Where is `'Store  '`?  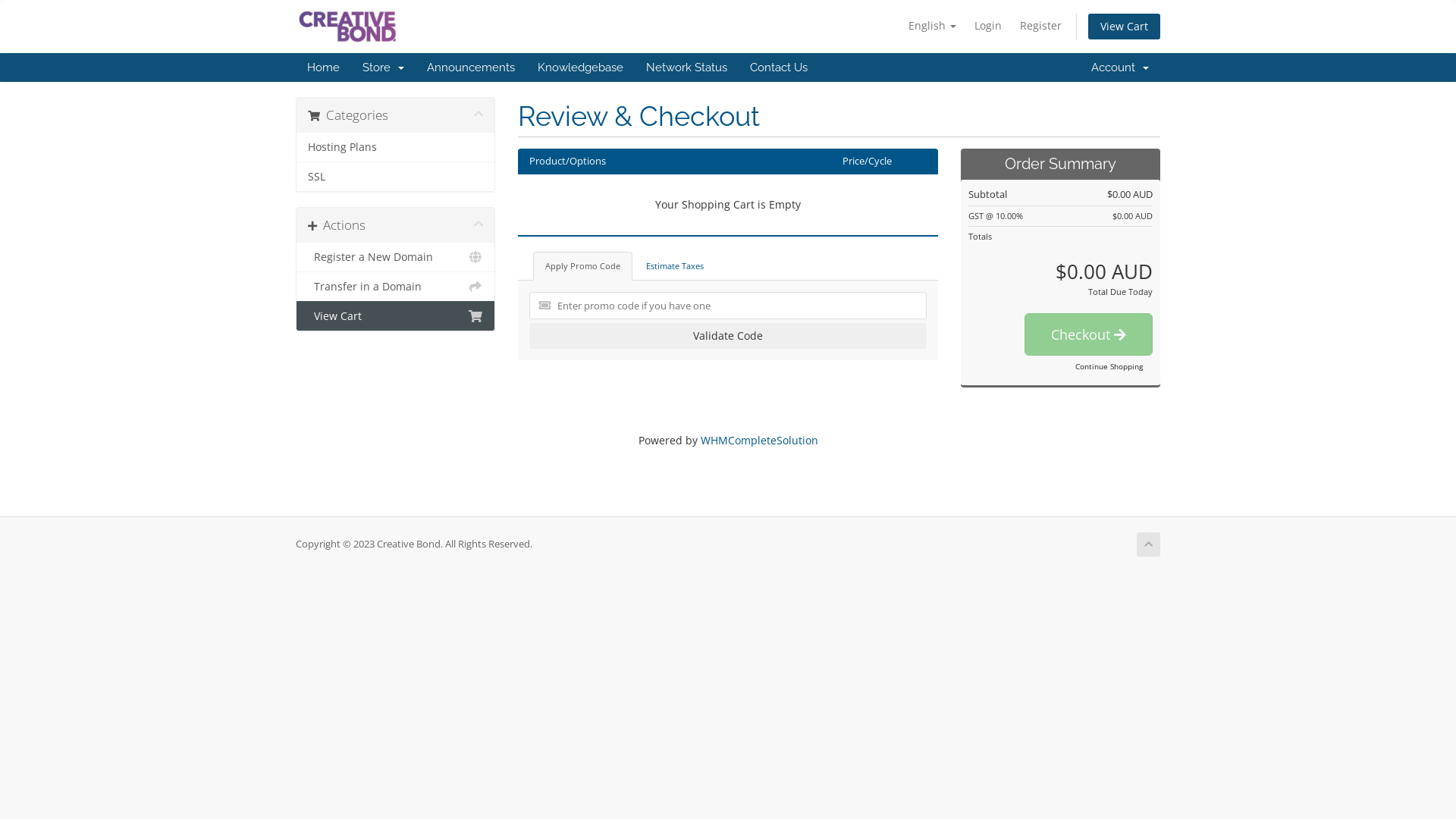 'Store  ' is located at coordinates (350, 66).